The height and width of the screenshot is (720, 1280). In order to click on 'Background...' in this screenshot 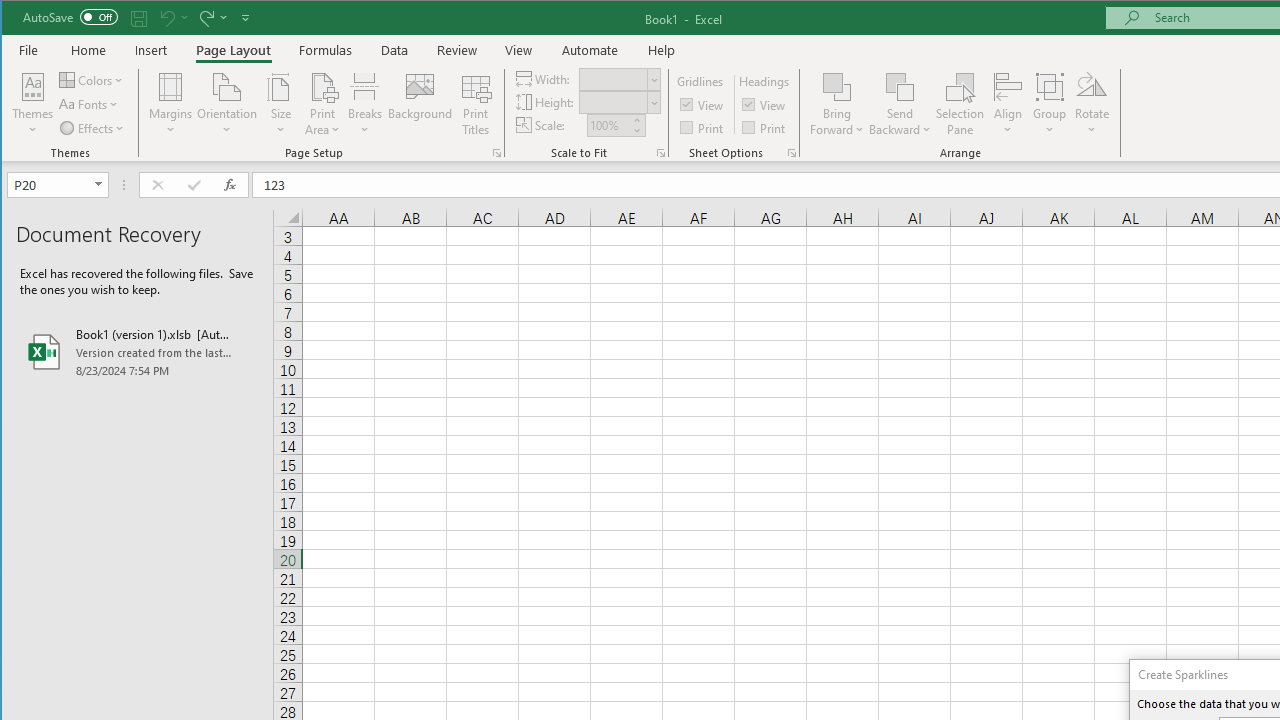, I will do `click(419, 104)`.